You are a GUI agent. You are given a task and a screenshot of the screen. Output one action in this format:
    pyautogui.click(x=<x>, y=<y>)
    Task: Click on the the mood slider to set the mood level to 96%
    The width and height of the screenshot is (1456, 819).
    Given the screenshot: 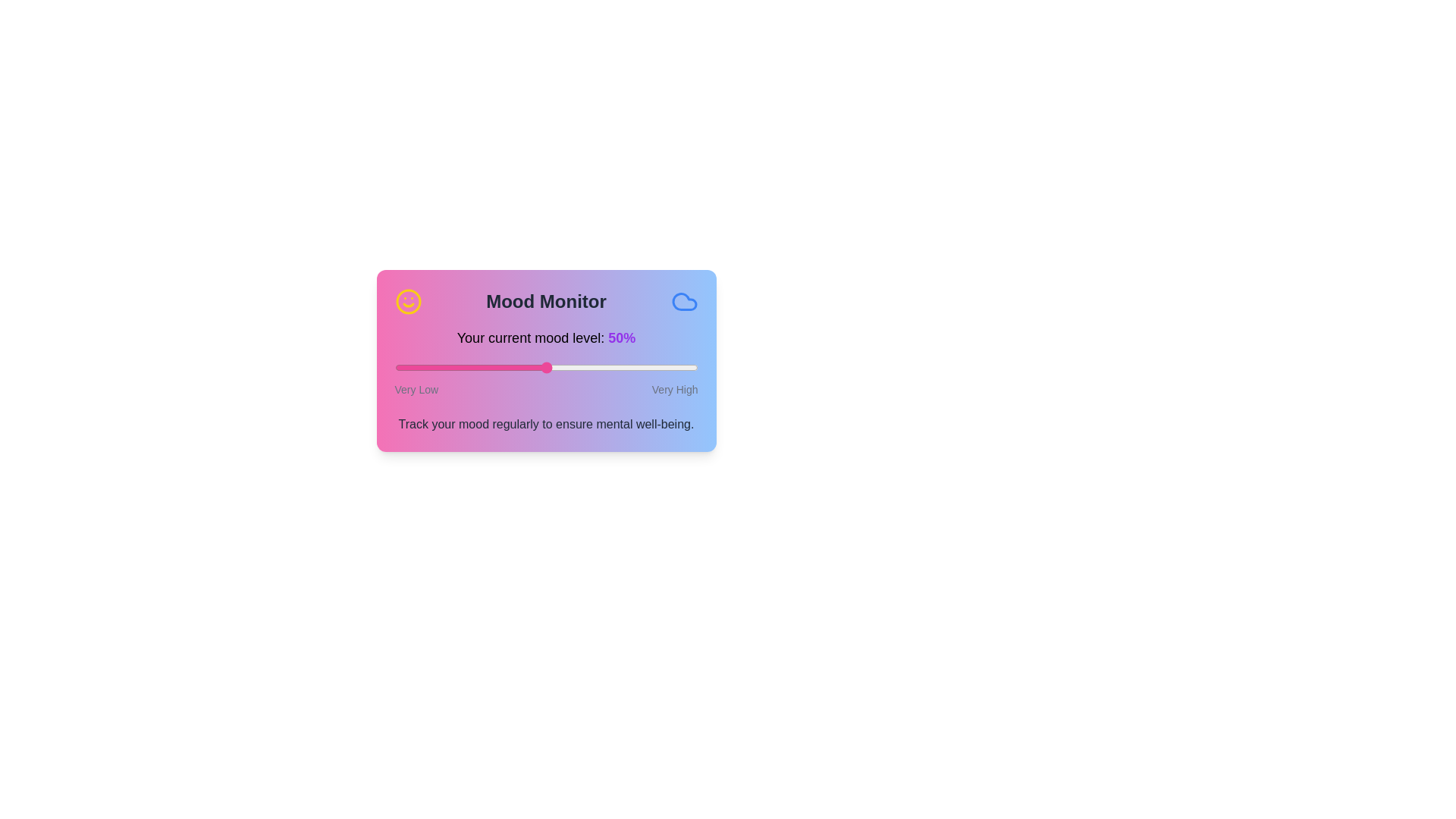 What is the action you would take?
    pyautogui.click(x=685, y=368)
    